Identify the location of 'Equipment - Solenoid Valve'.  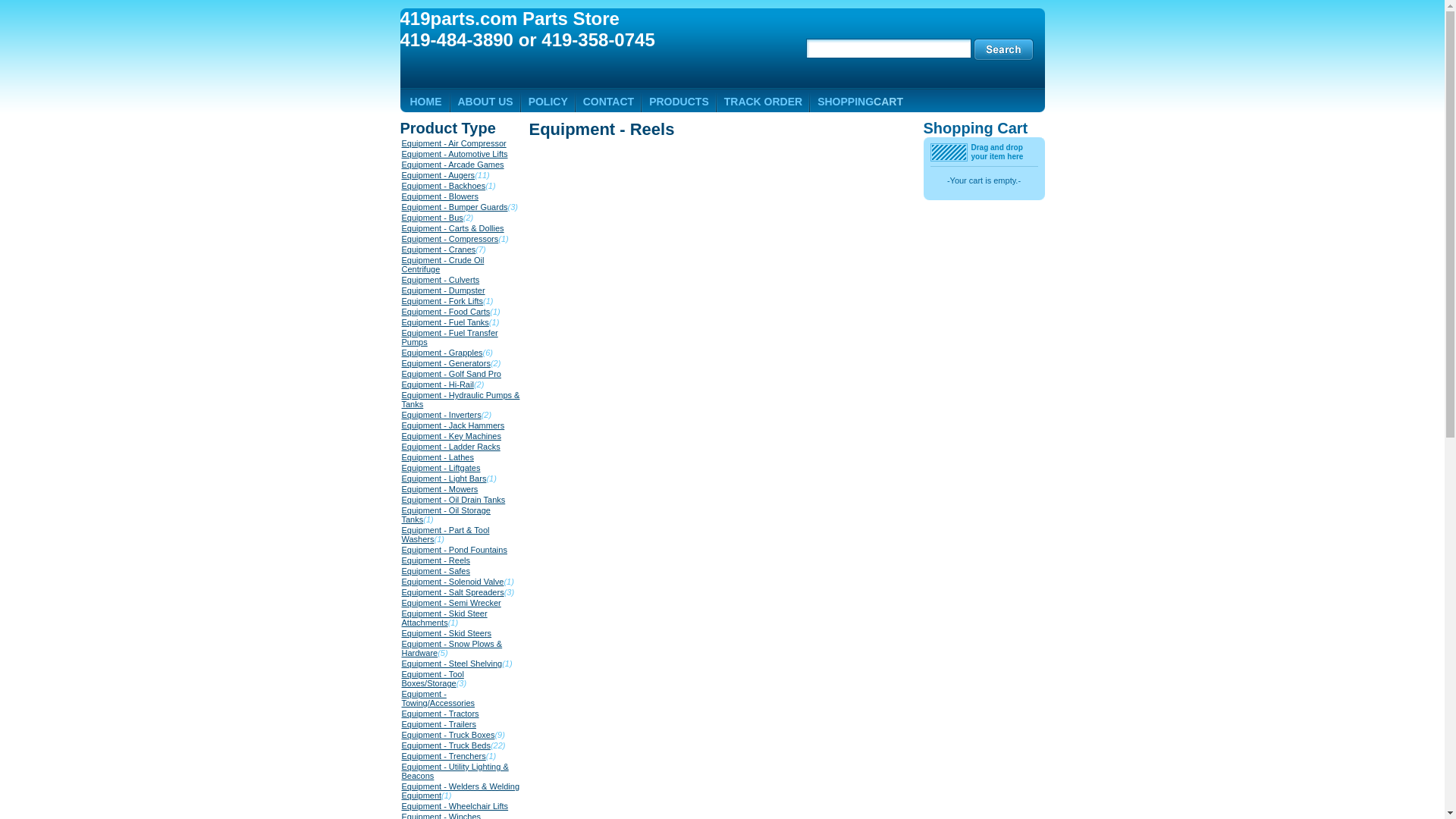
(452, 581).